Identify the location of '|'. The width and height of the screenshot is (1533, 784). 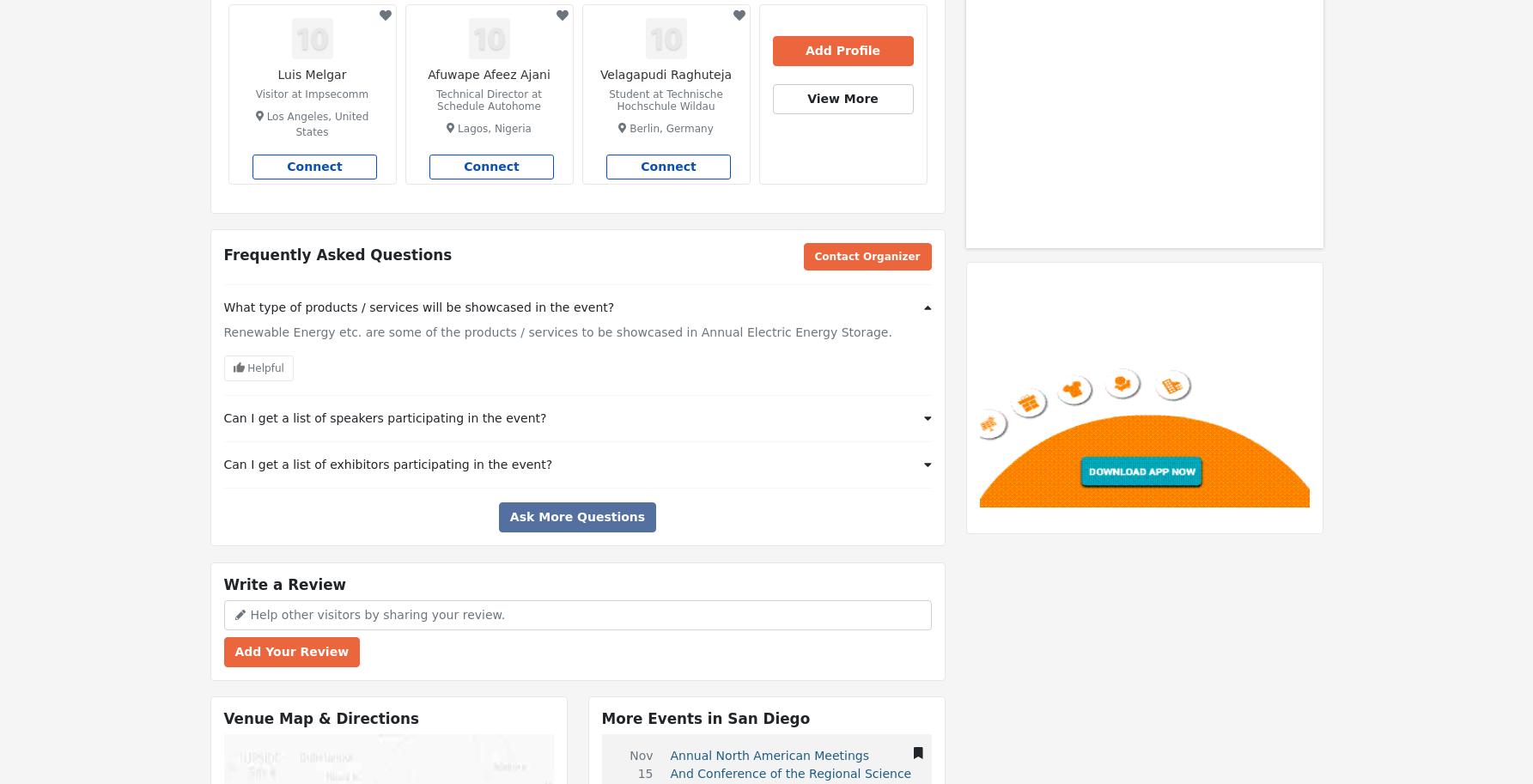
(1226, 15).